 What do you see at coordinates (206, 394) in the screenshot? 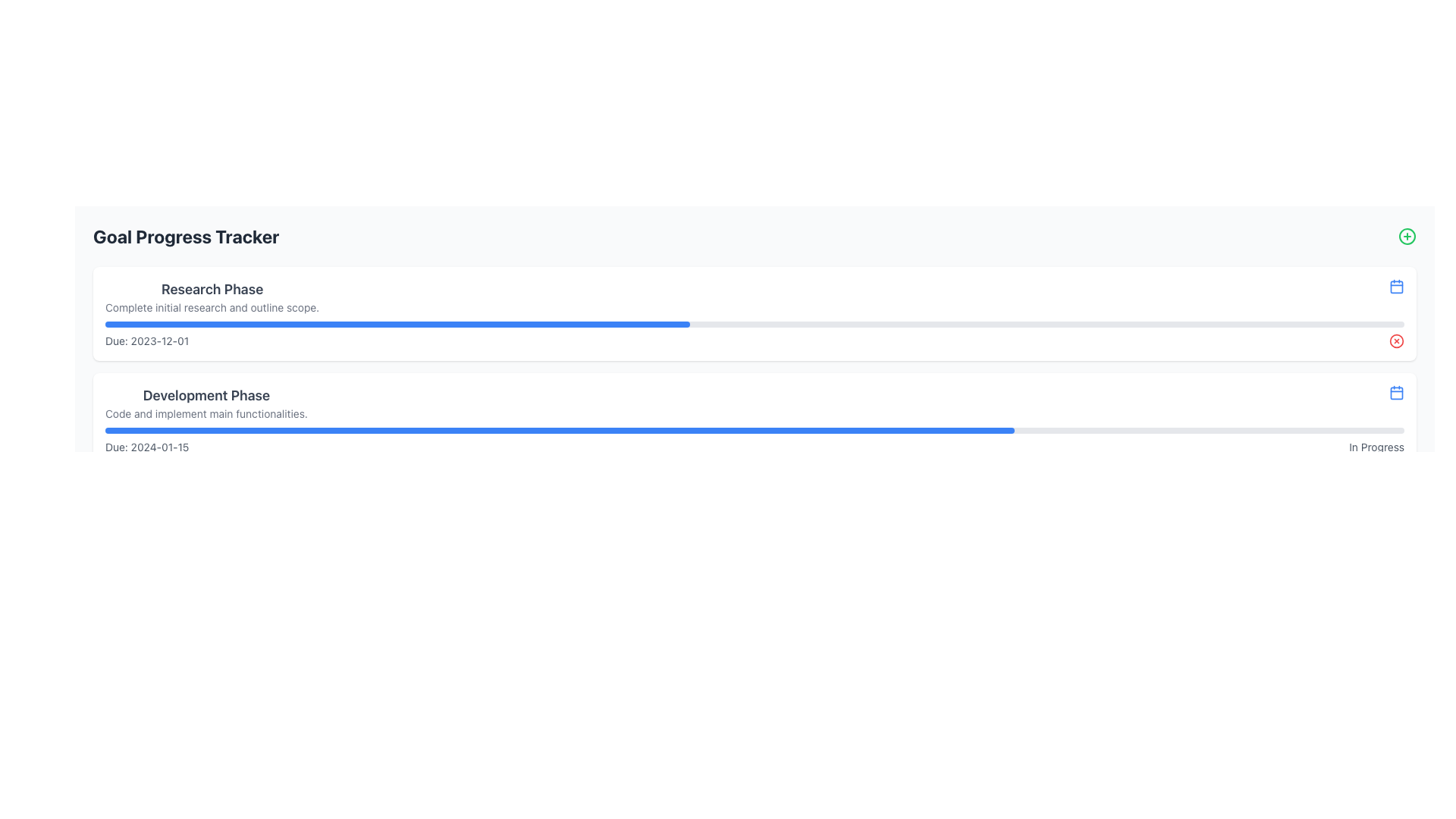
I see `the text label displaying 'Development Phase', which is styled in bold dark gray and serves as a section title` at bounding box center [206, 394].